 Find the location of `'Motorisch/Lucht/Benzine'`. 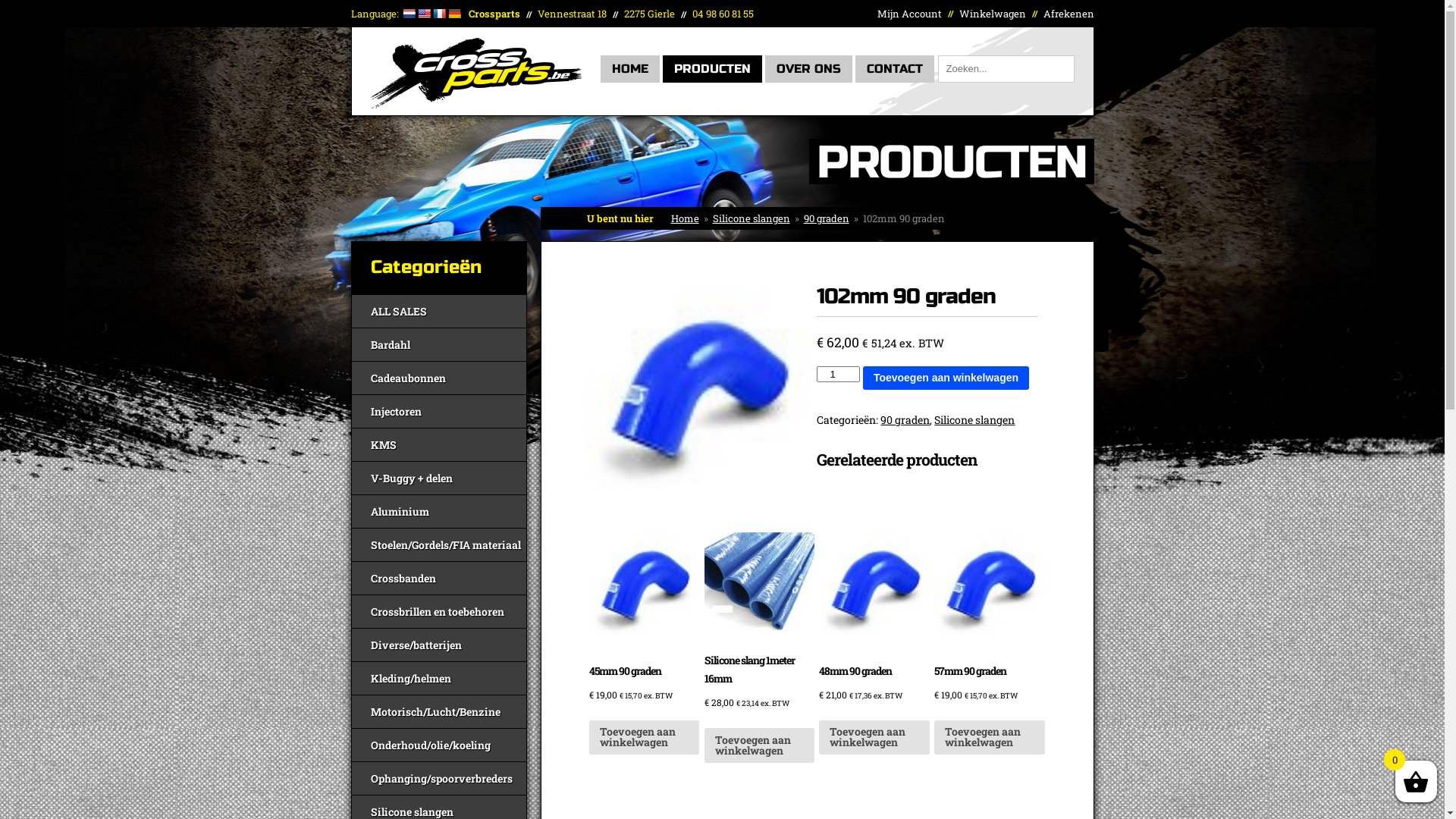

'Motorisch/Lucht/Benzine' is located at coordinates (438, 711).